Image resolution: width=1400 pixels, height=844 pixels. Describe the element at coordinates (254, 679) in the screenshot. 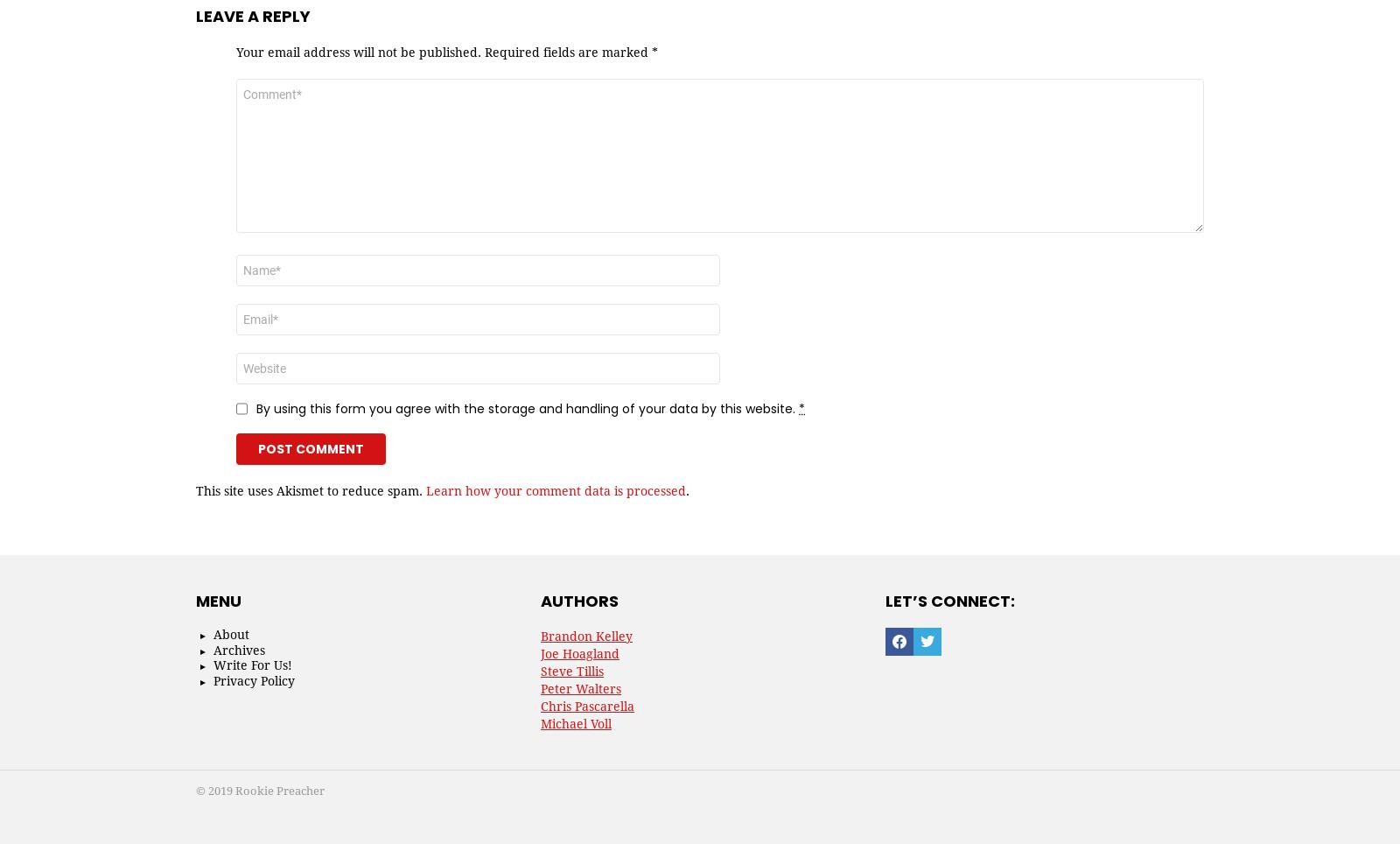

I see `'Privacy Policy'` at that location.